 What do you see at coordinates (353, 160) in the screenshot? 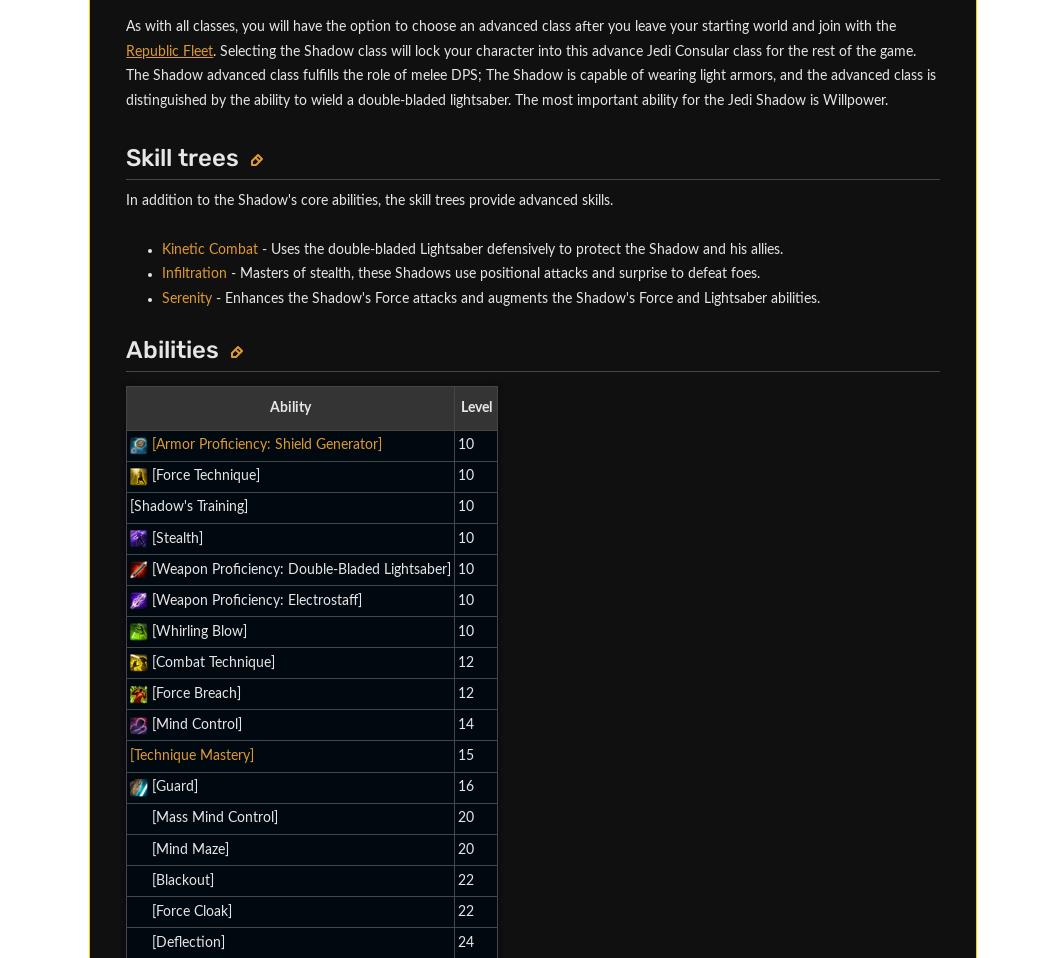
I see `'Playable species'` at bounding box center [353, 160].